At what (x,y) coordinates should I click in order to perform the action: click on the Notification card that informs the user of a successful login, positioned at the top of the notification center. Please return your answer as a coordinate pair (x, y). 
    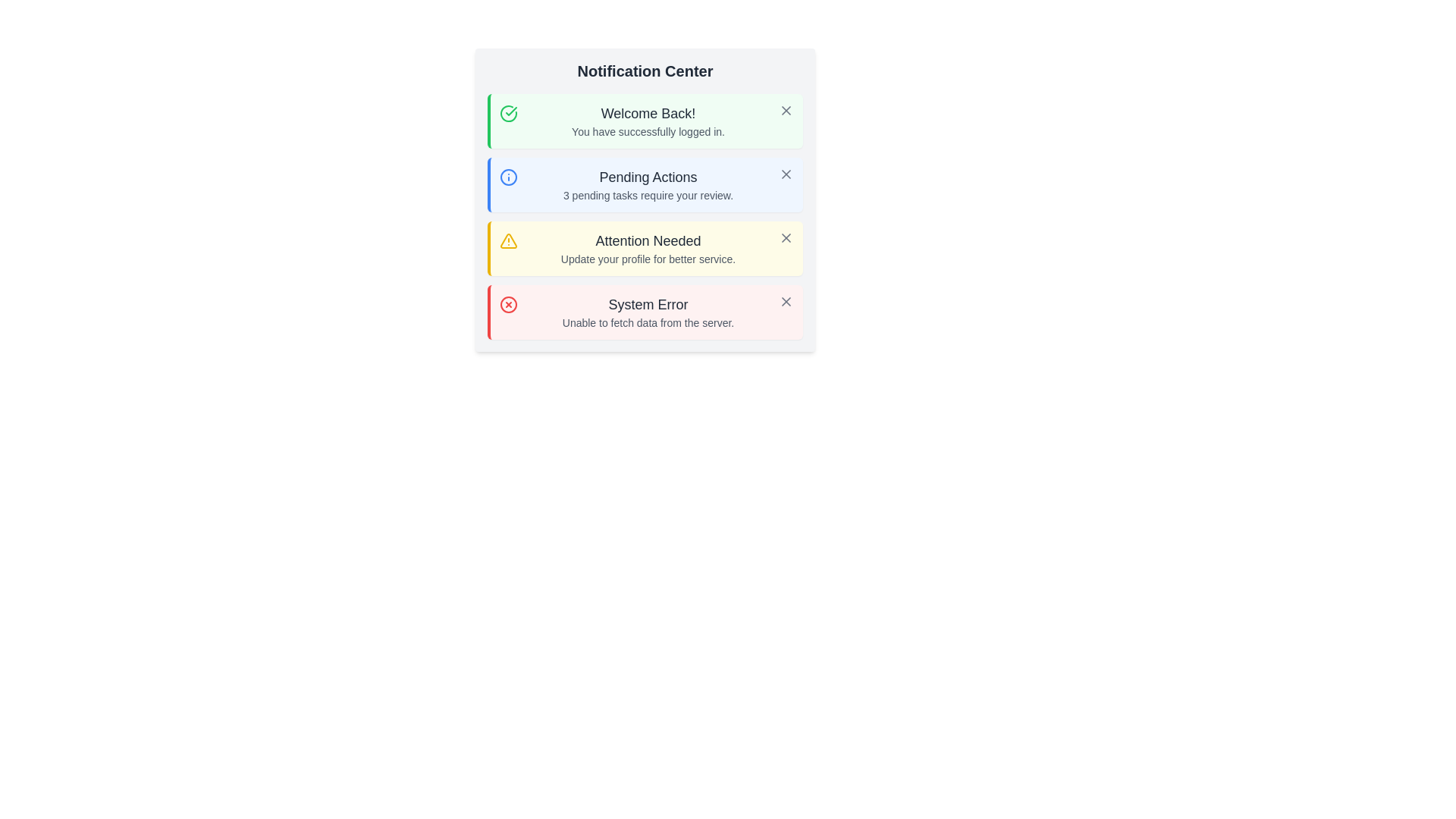
    Looking at the image, I should click on (645, 120).